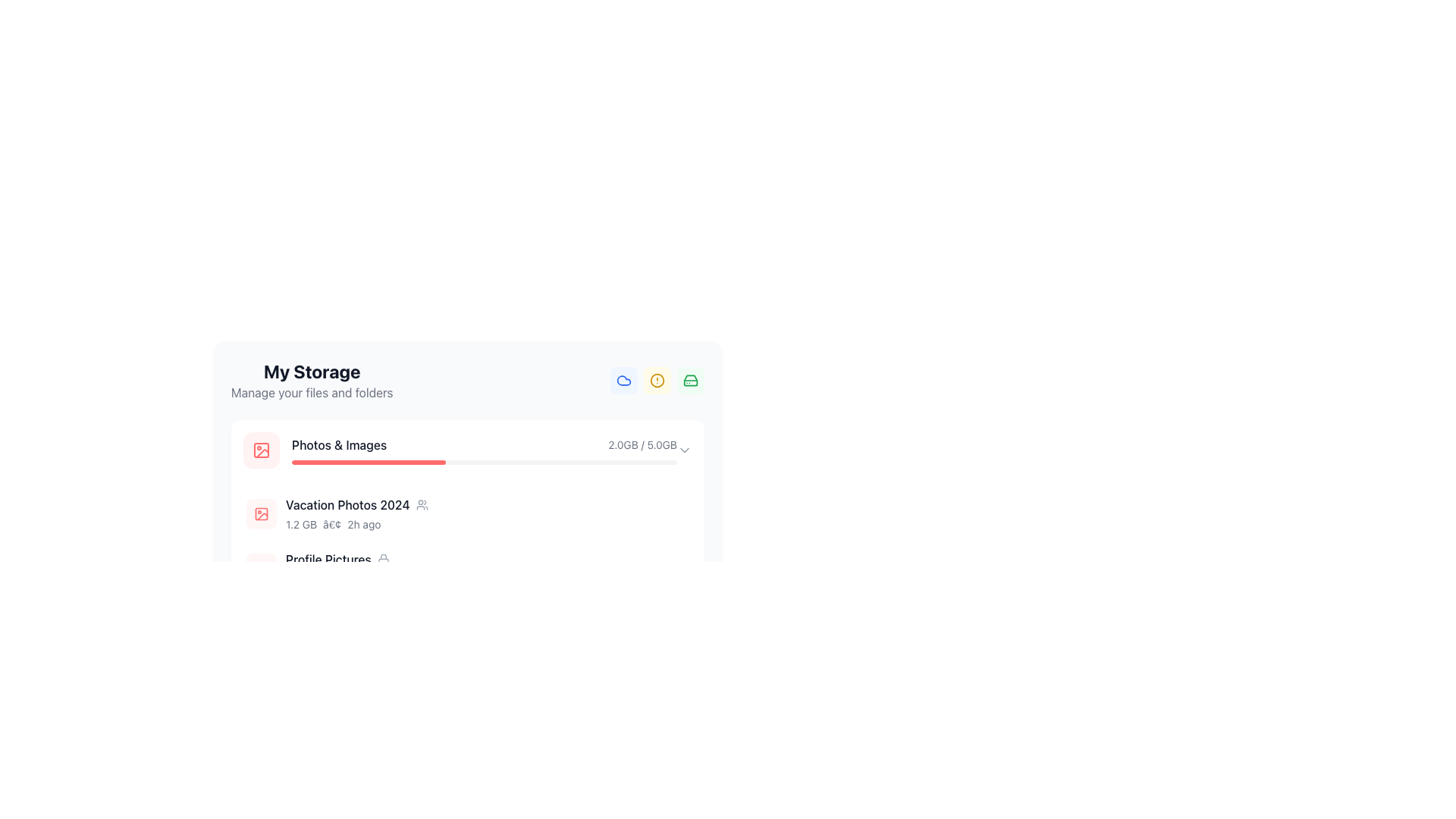 The height and width of the screenshot is (819, 1456). Describe the element at coordinates (262, 513) in the screenshot. I see `the decorative rectangle within the icon associated with the 'Photos & Images' list item` at that location.